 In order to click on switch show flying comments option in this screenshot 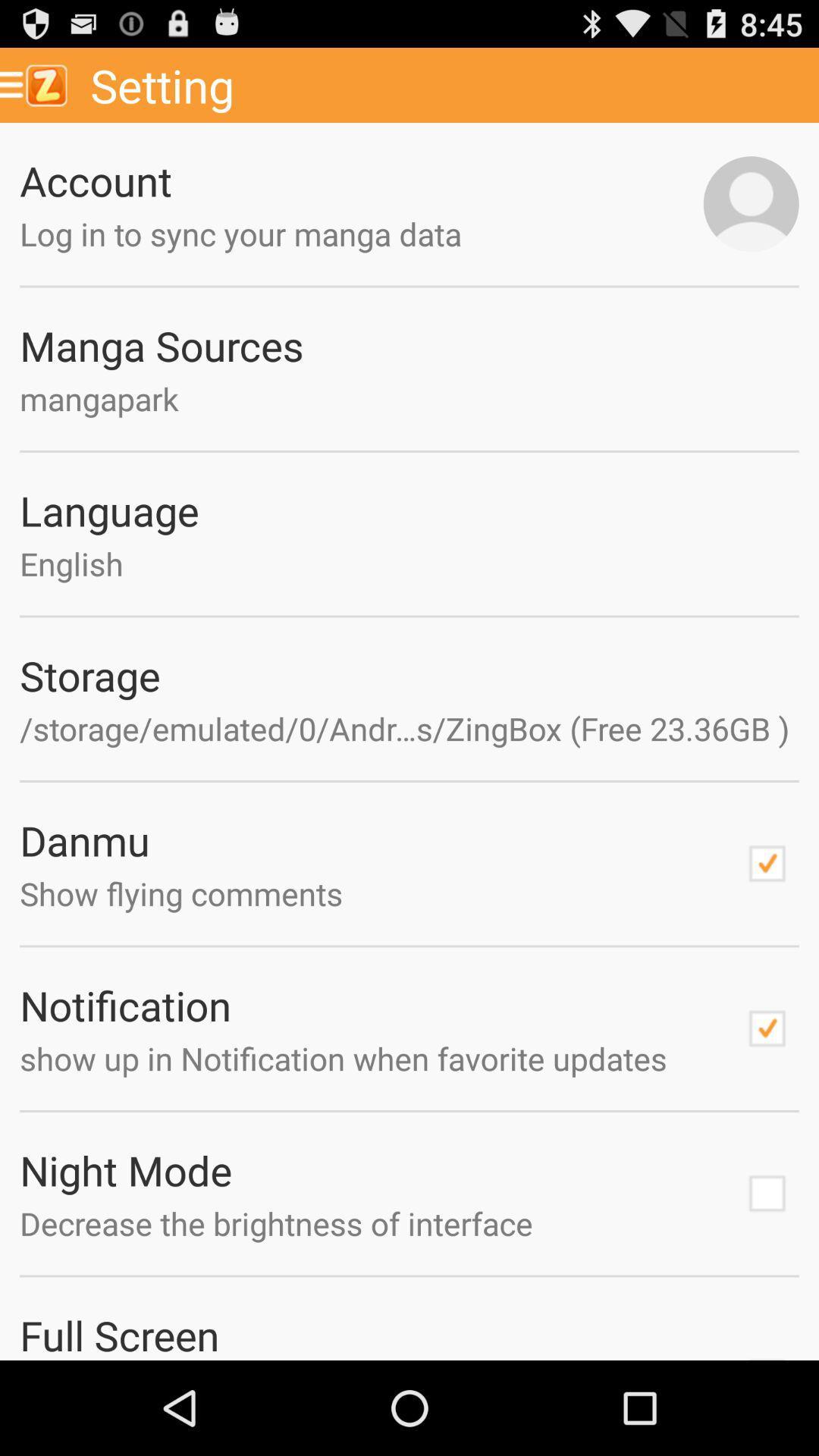, I will do `click(767, 864)`.